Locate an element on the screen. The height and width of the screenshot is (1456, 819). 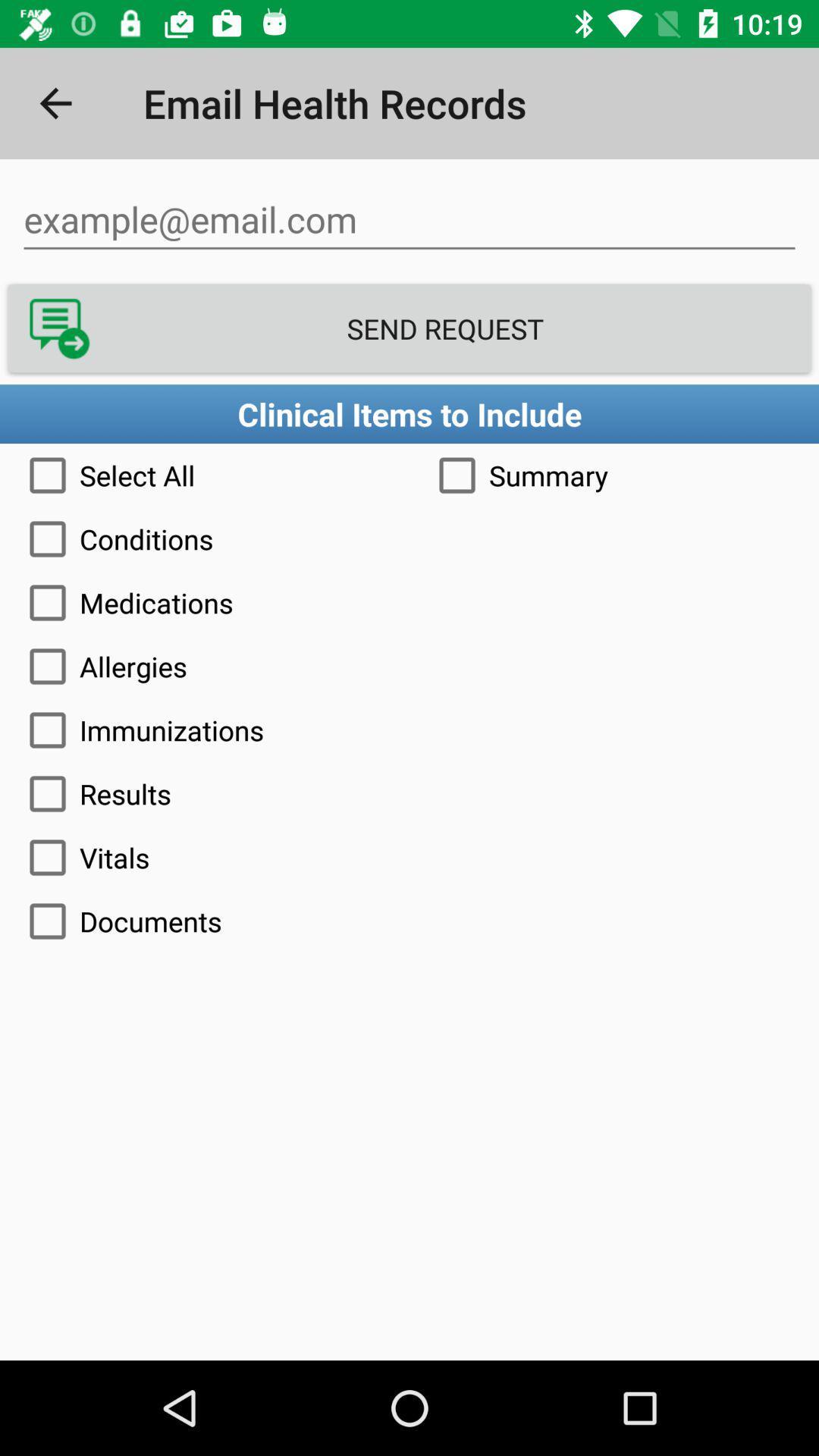
vitals icon is located at coordinates (409, 858).